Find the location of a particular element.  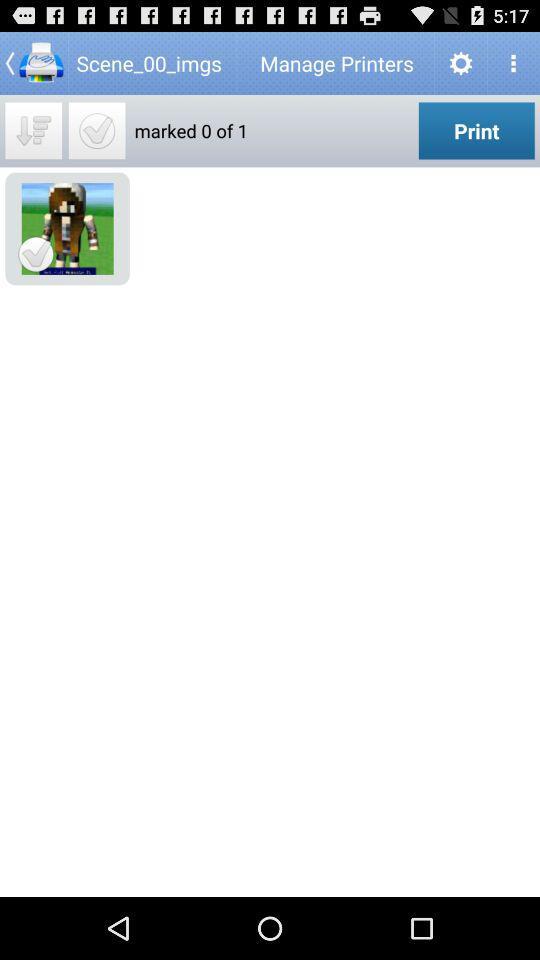

image is located at coordinates (96, 129).